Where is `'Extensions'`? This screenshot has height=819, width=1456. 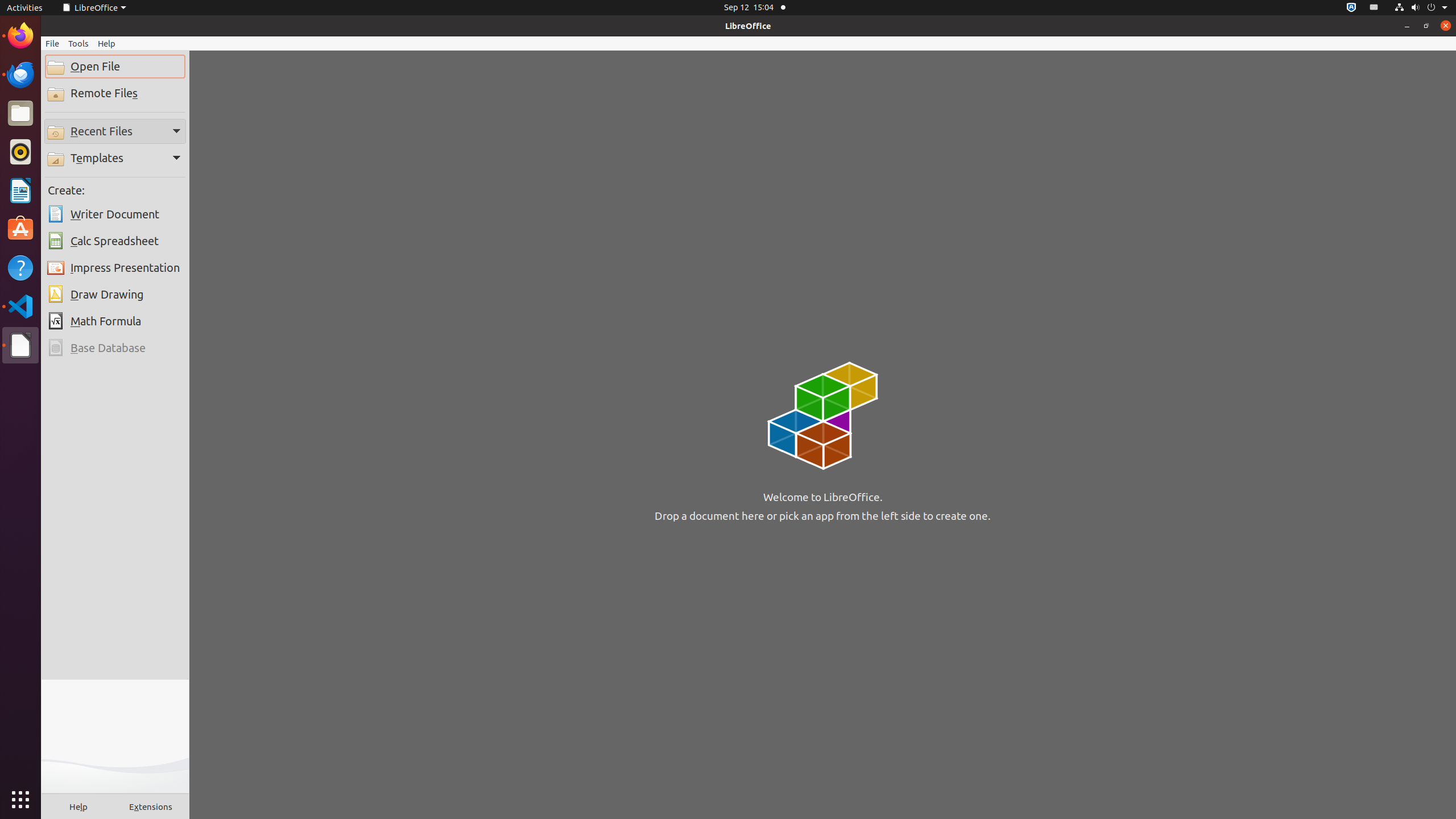 'Extensions' is located at coordinates (150, 806).